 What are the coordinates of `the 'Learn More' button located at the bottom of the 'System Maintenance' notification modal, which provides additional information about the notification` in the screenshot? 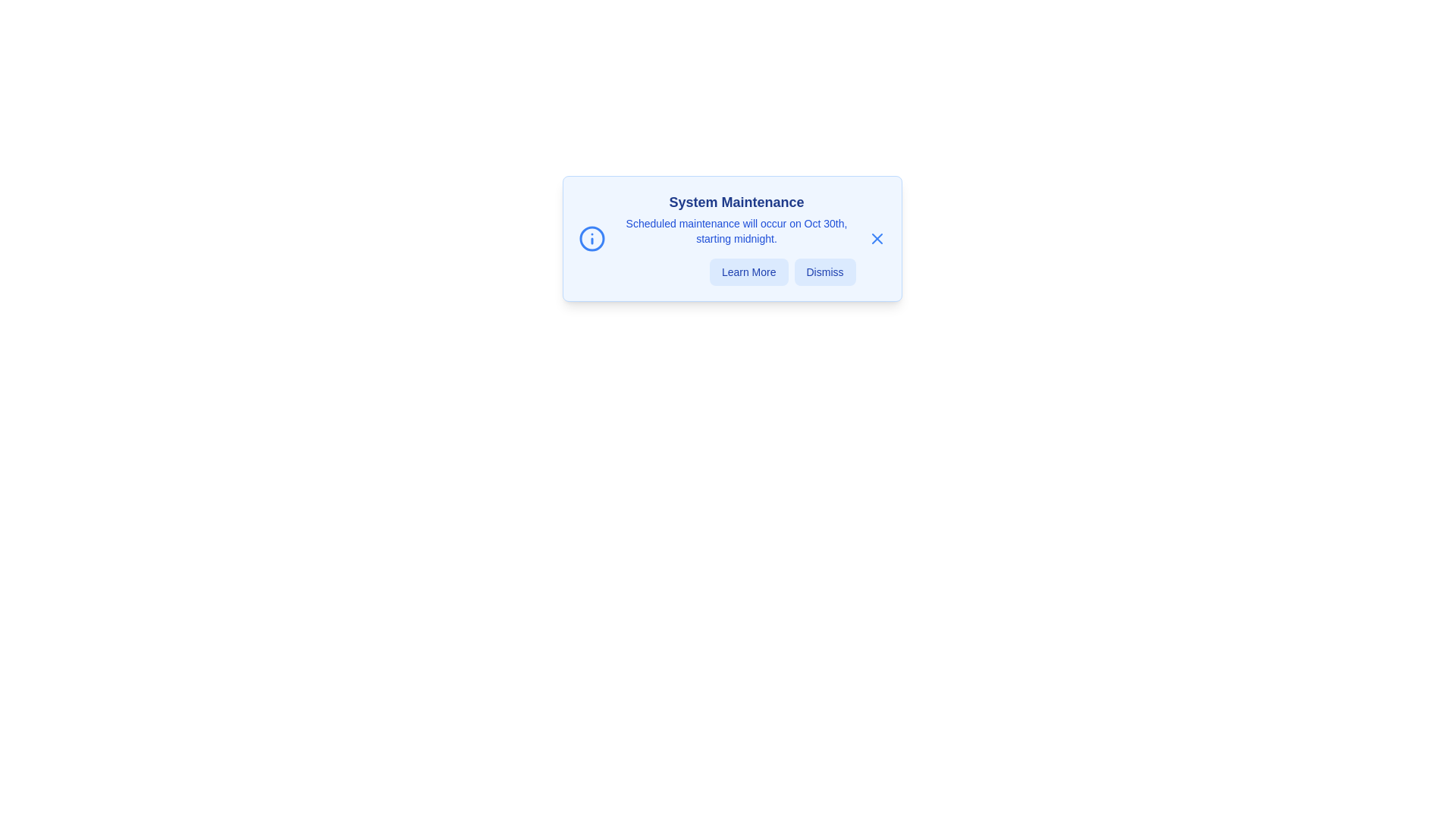 It's located at (736, 271).